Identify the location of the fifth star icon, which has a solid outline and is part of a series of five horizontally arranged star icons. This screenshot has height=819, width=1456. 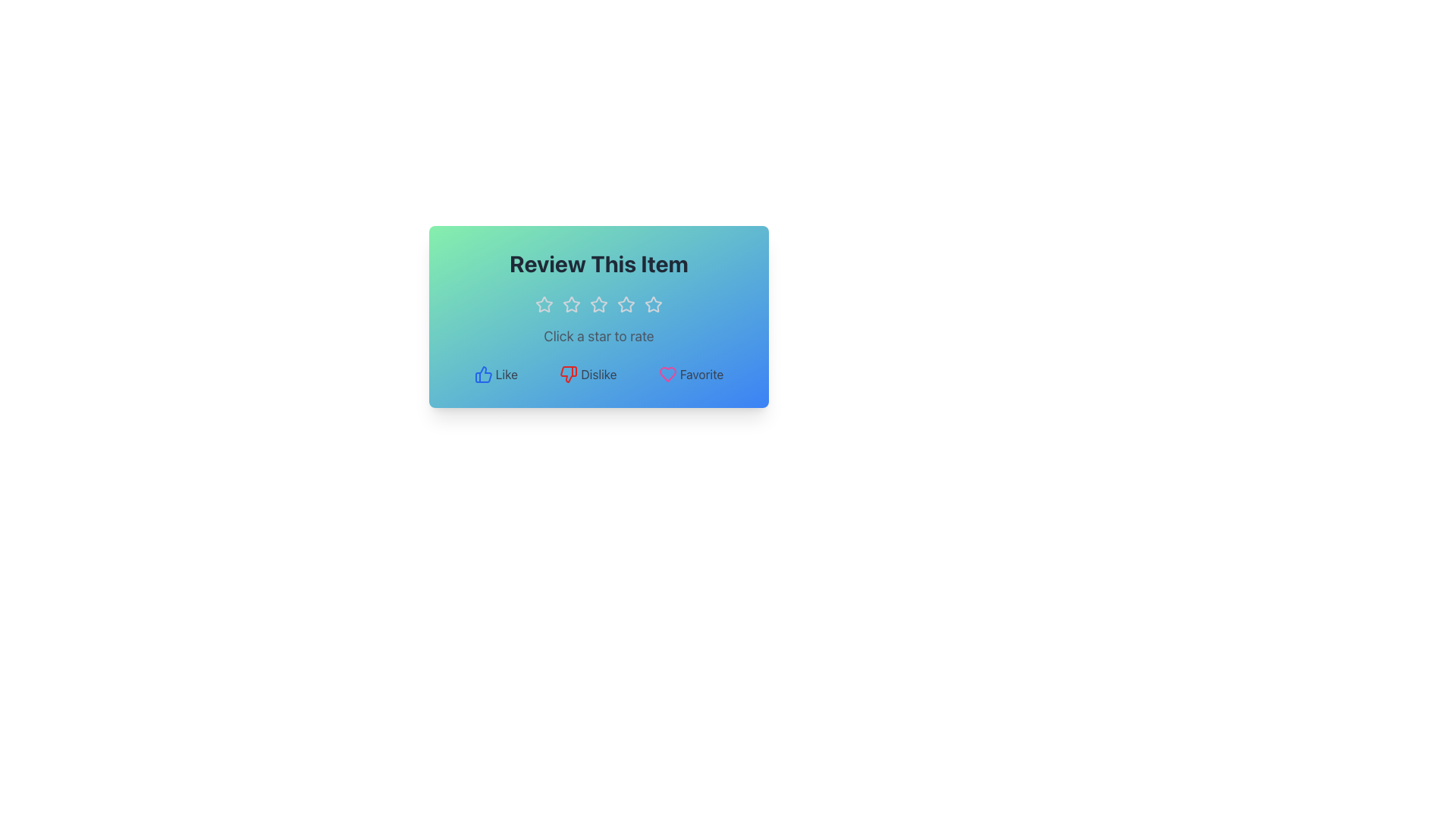
(654, 304).